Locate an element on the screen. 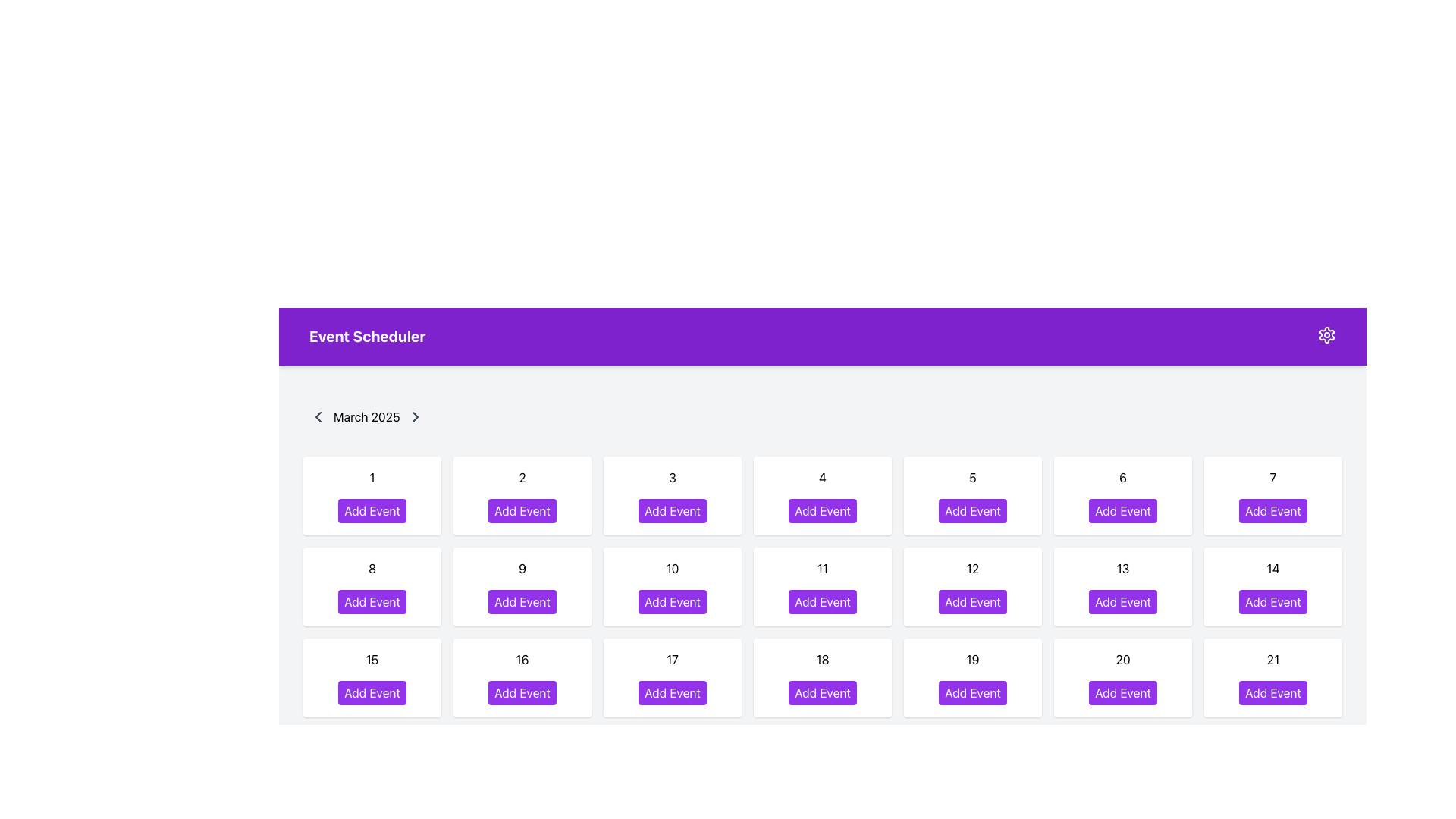 Image resolution: width=1456 pixels, height=819 pixels. the navigation icon button located to the right of 'March 2025' is located at coordinates (415, 417).